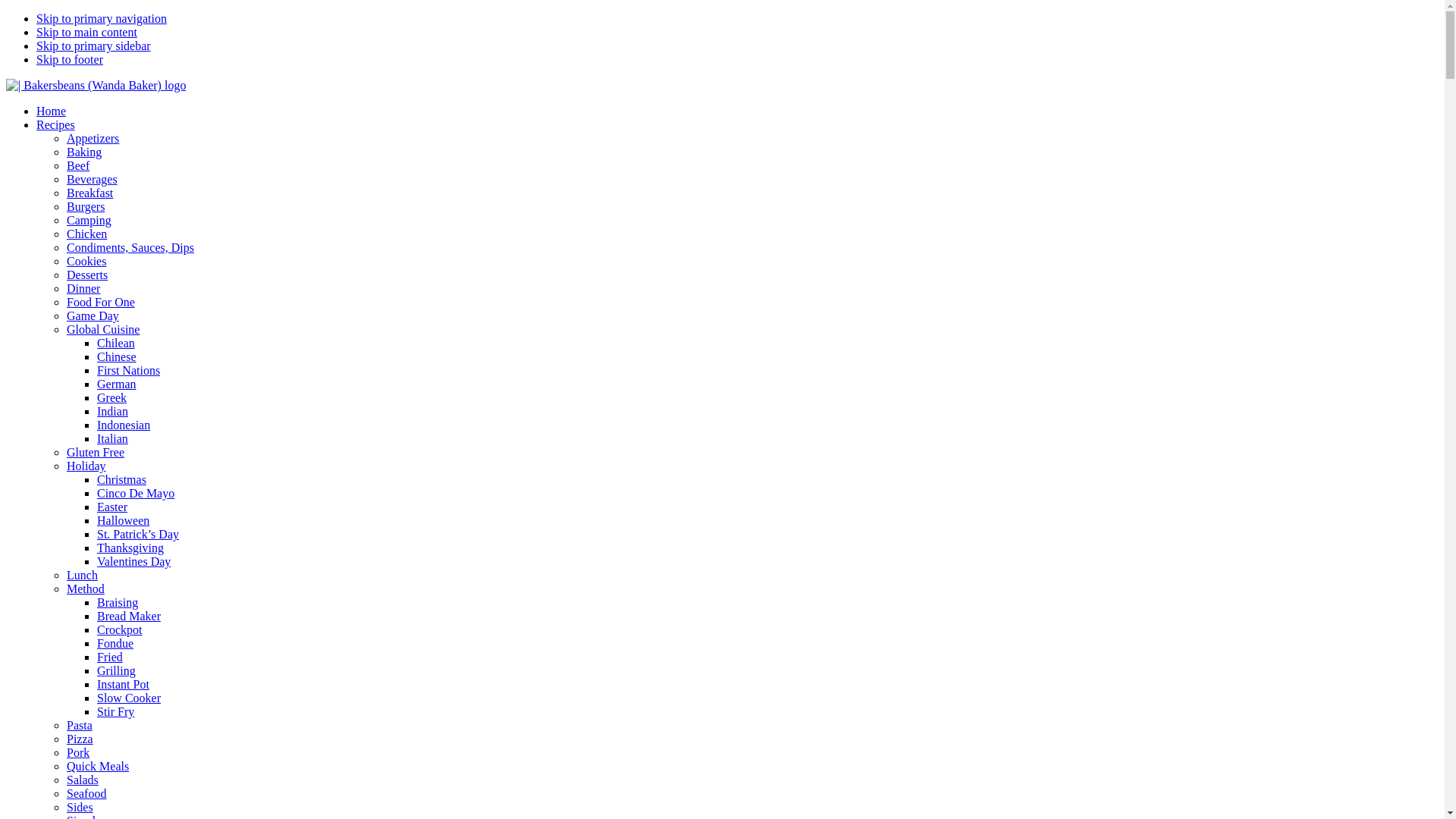 Image resolution: width=1456 pixels, height=819 pixels. Describe the element at coordinates (86, 260) in the screenshot. I see `'Cookies'` at that location.